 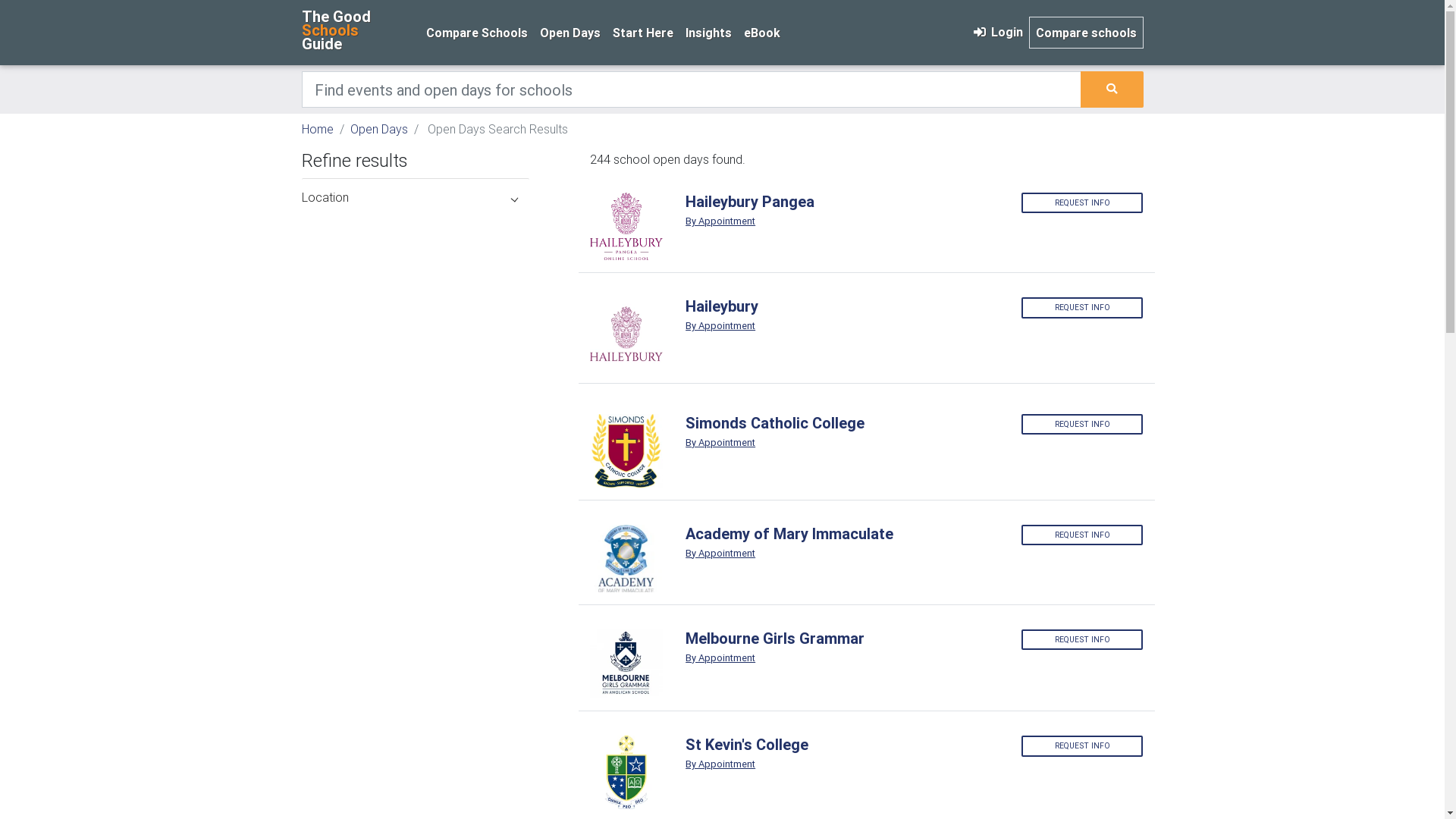 What do you see at coordinates (736, 32) in the screenshot?
I see `'eBook'` at bounding box center [736, 32].